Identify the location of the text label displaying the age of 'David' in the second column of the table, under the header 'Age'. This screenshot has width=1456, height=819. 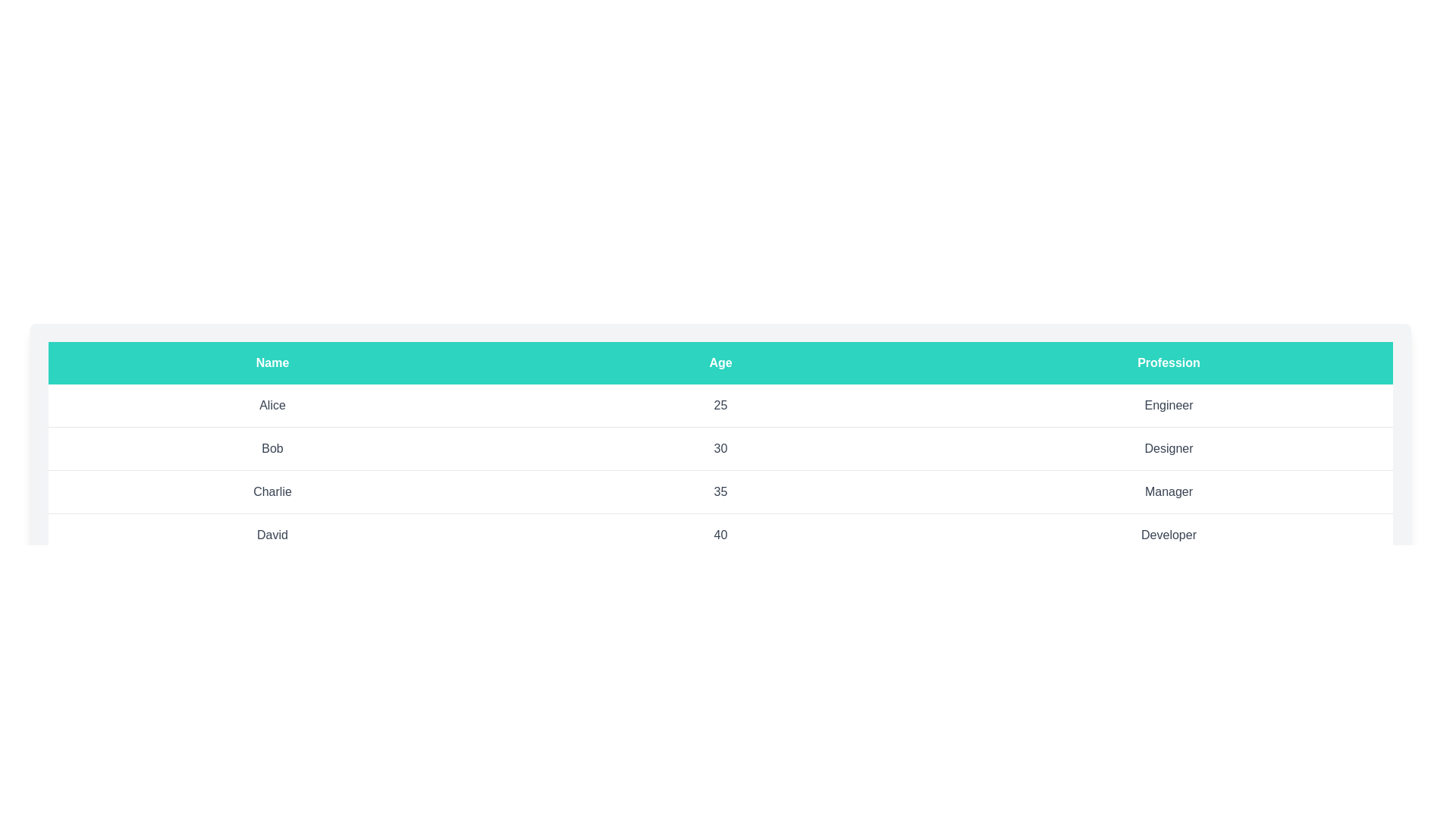
(720, 534).